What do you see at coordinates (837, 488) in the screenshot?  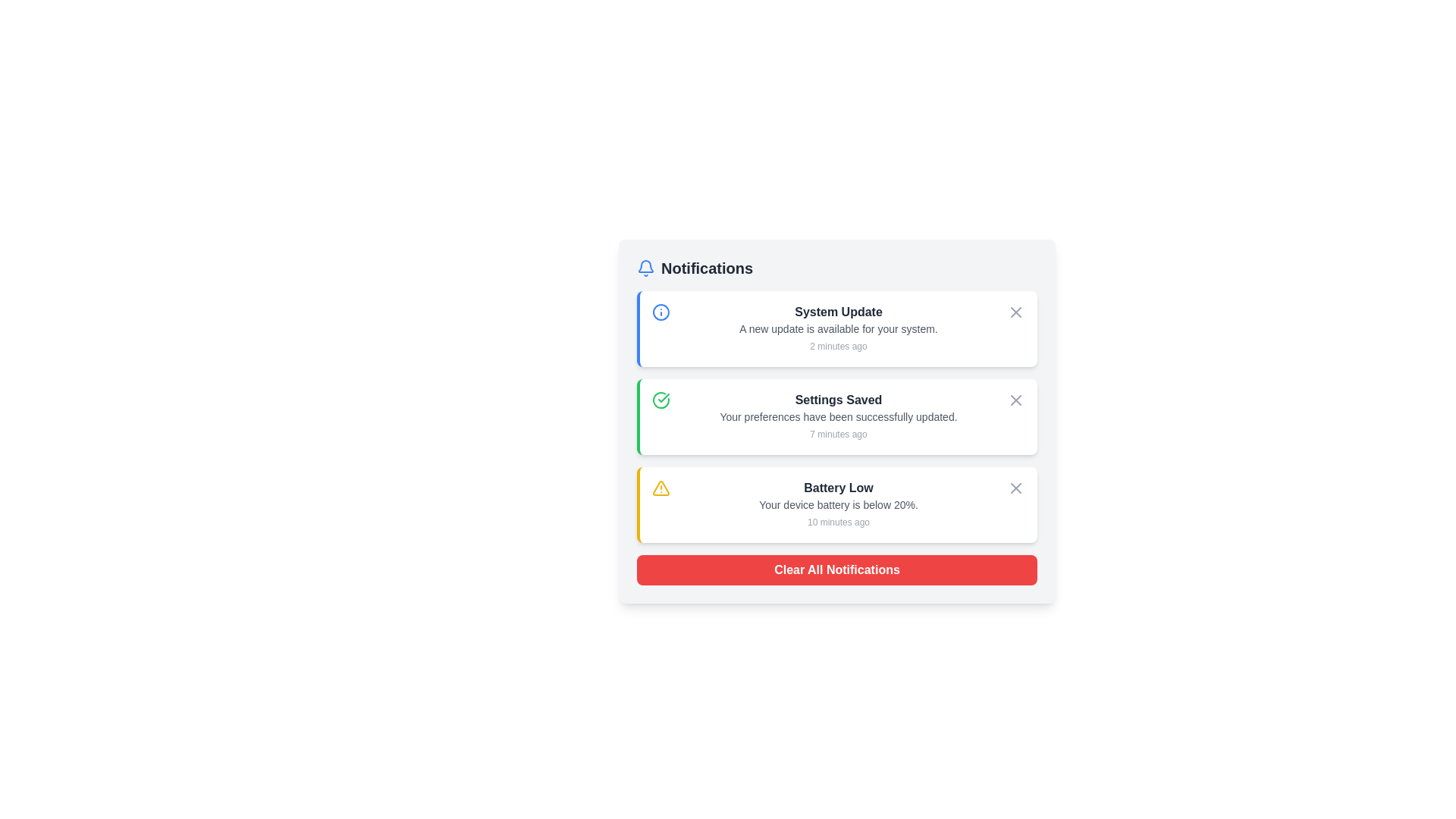 I see `text label that serves as the title for the third notification item, which summarizes the message content and is located above the description text 'Your device battery is below 20%'` at bounding box center [837, 488].